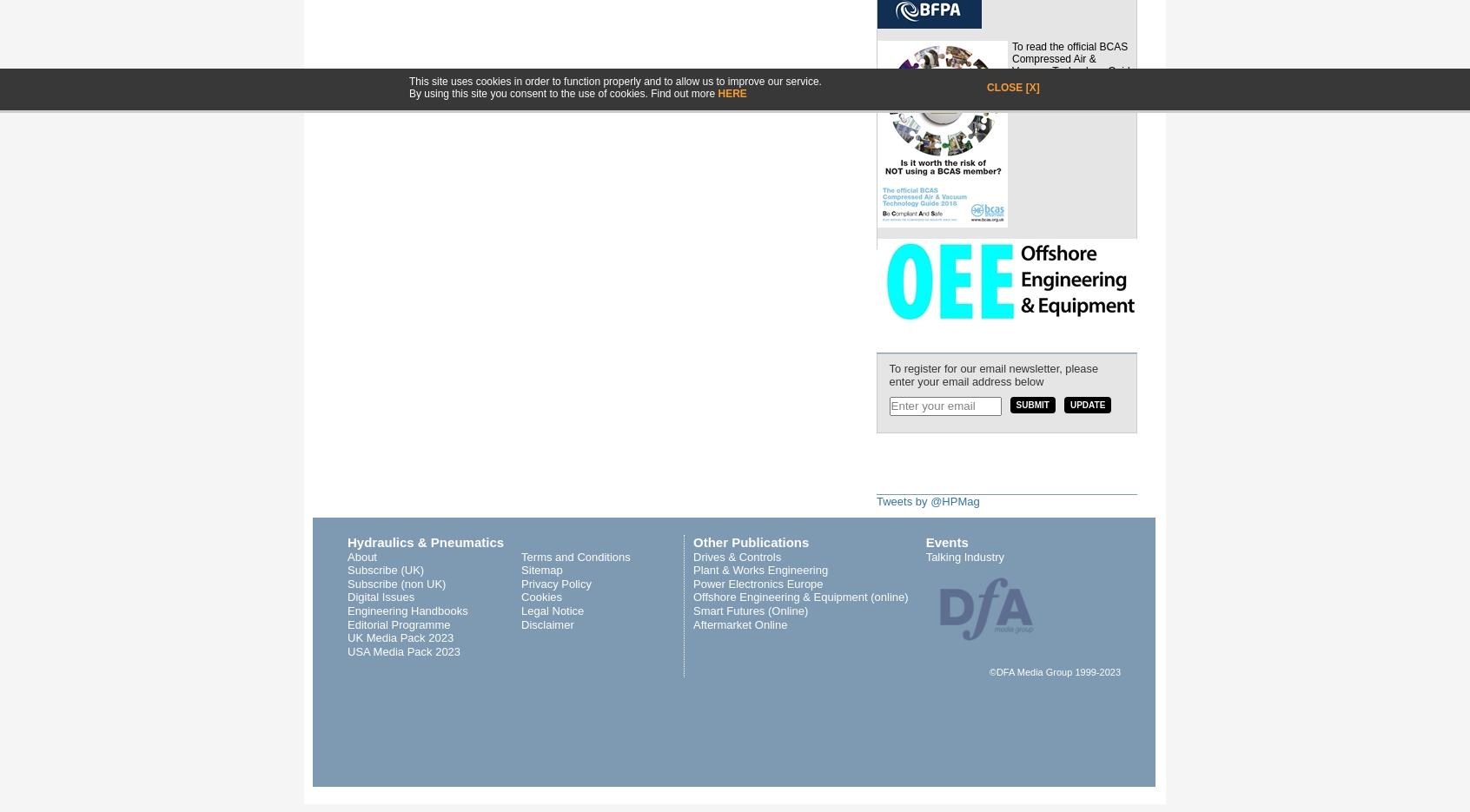  What do you see at coordinates (875, 479) in the screenshot?
I see `'Twitter'` at bounding box center [875, 479].